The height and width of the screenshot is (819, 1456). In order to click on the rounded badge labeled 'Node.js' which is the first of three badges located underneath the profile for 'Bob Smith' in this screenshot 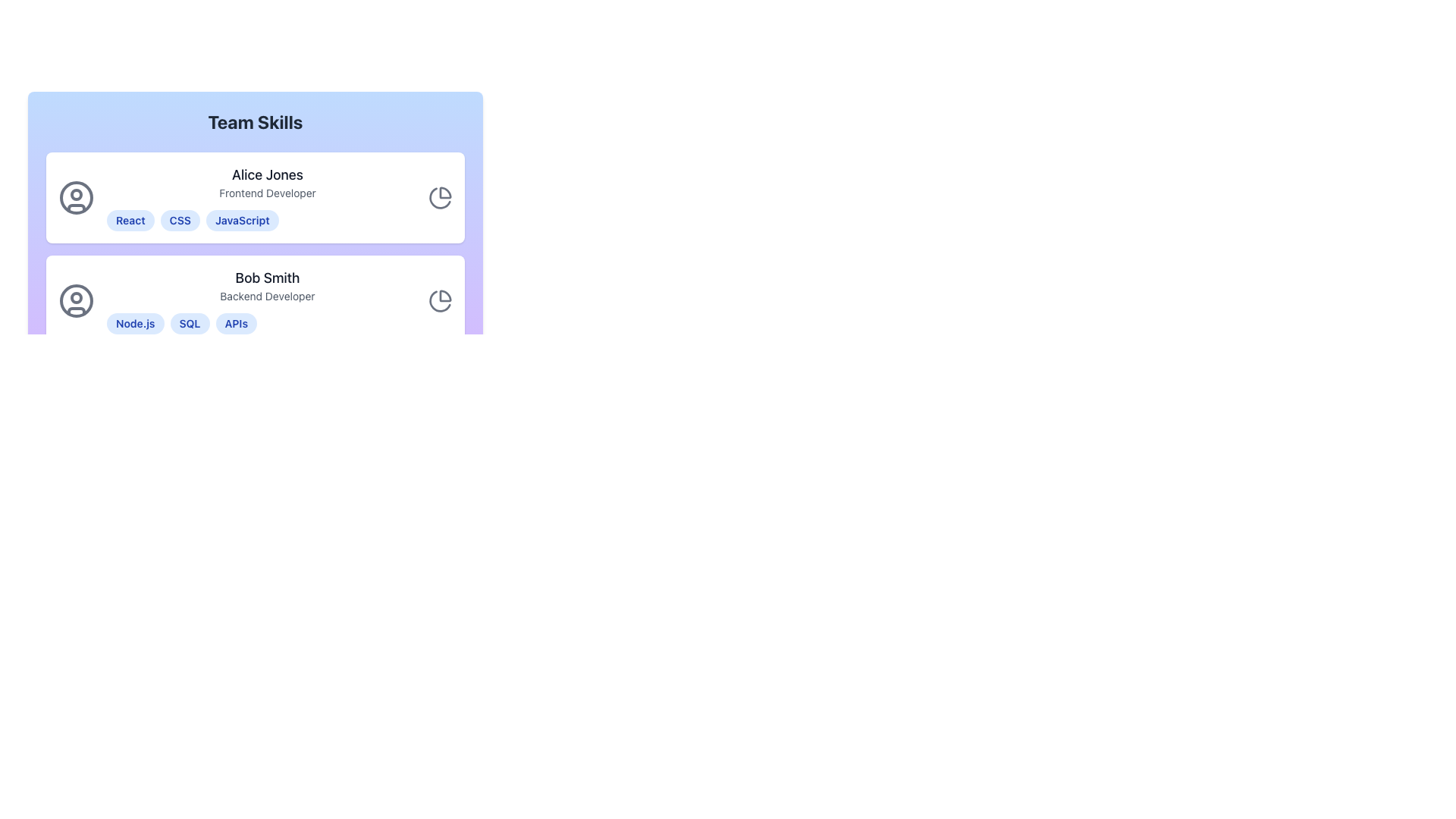, I will do `click(135, 323)`.